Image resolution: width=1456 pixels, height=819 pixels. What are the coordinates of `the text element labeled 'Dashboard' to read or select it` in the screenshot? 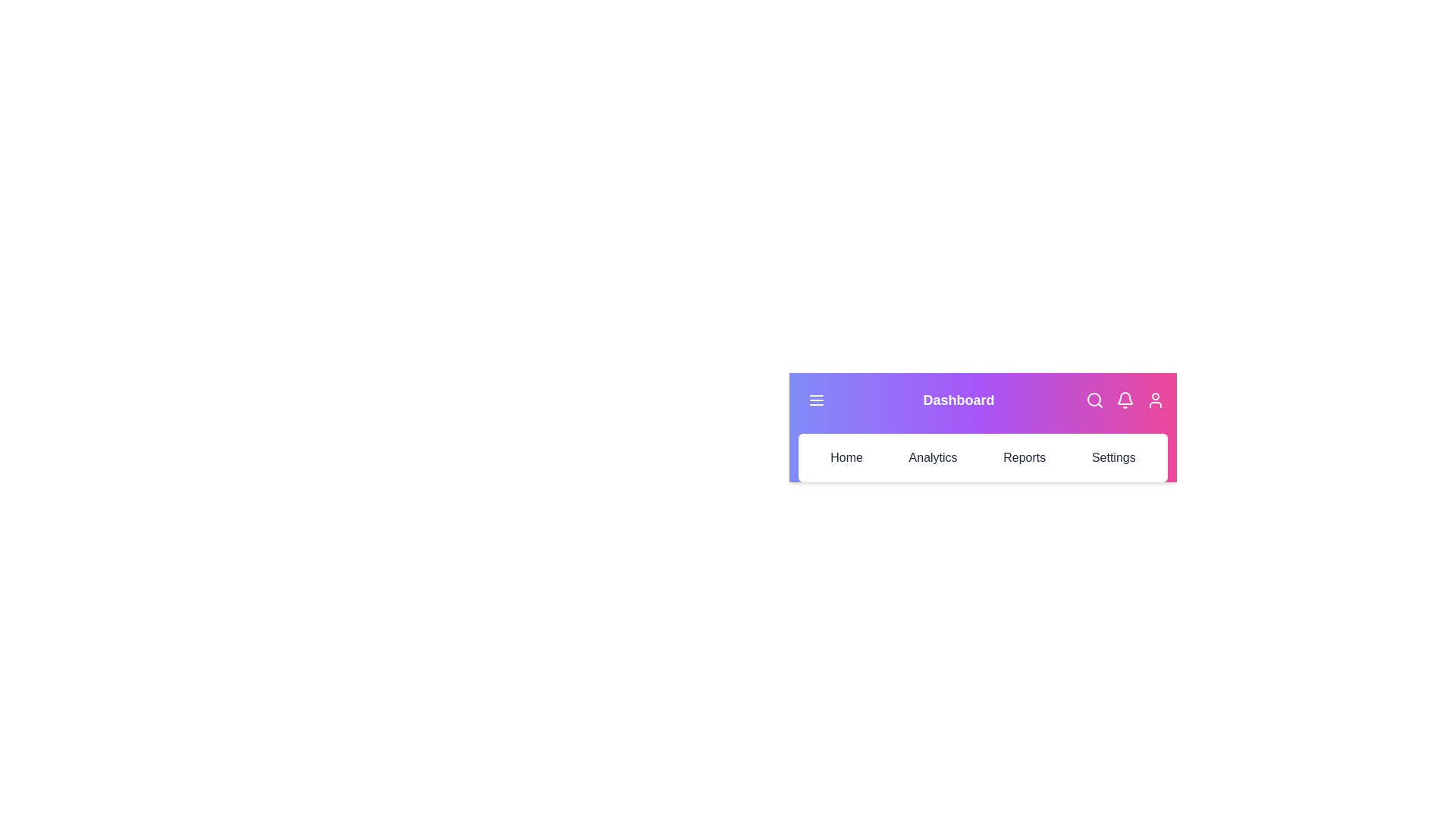 It's located at (958, 400).